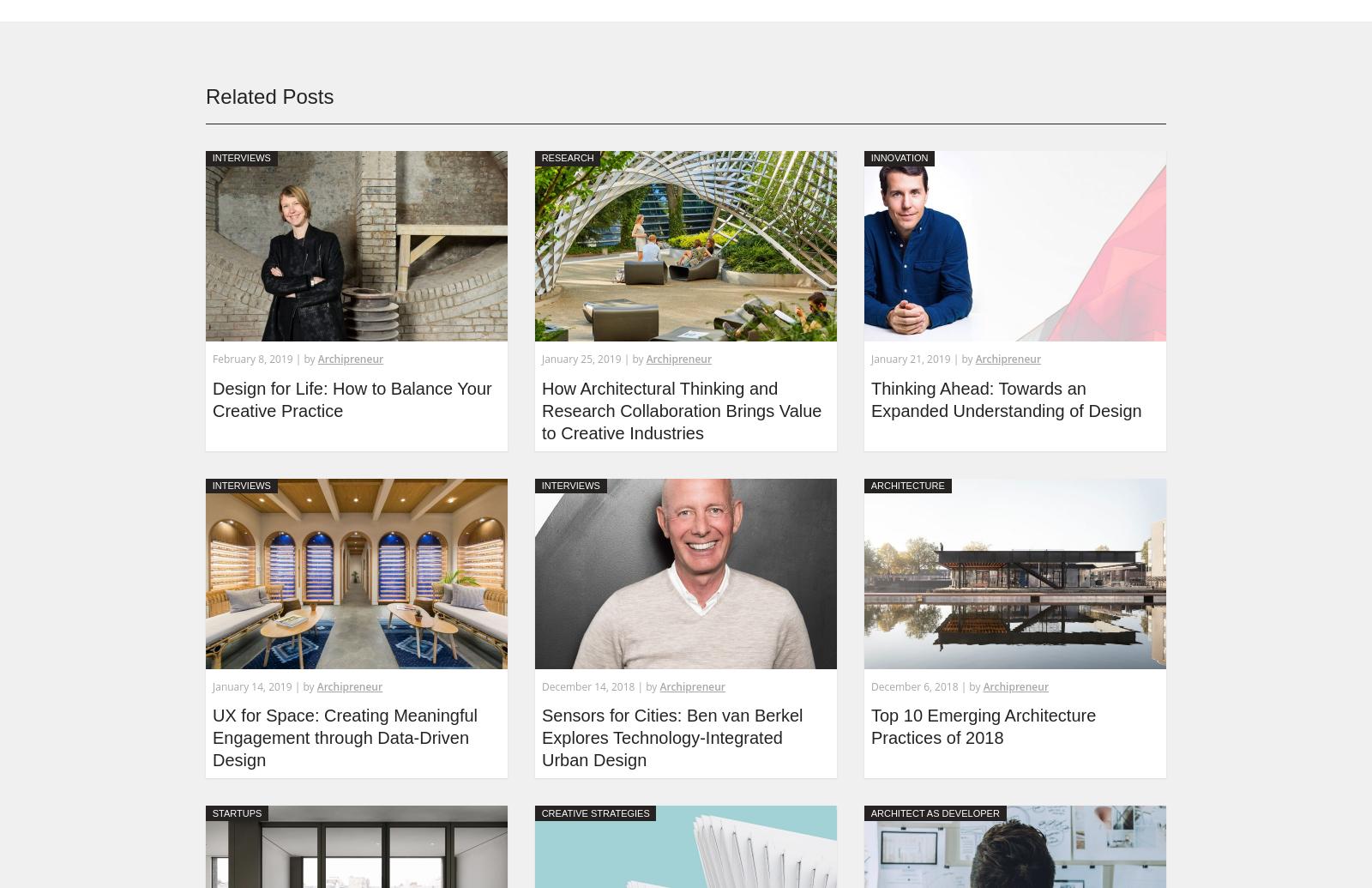  What do you see at coordinates (671, 736) in the screenshot?
I see `'Sensors for Cities: Ben van Berkel Explores Technology-Integrated Urban Design'` at bounding box center [671, 736].